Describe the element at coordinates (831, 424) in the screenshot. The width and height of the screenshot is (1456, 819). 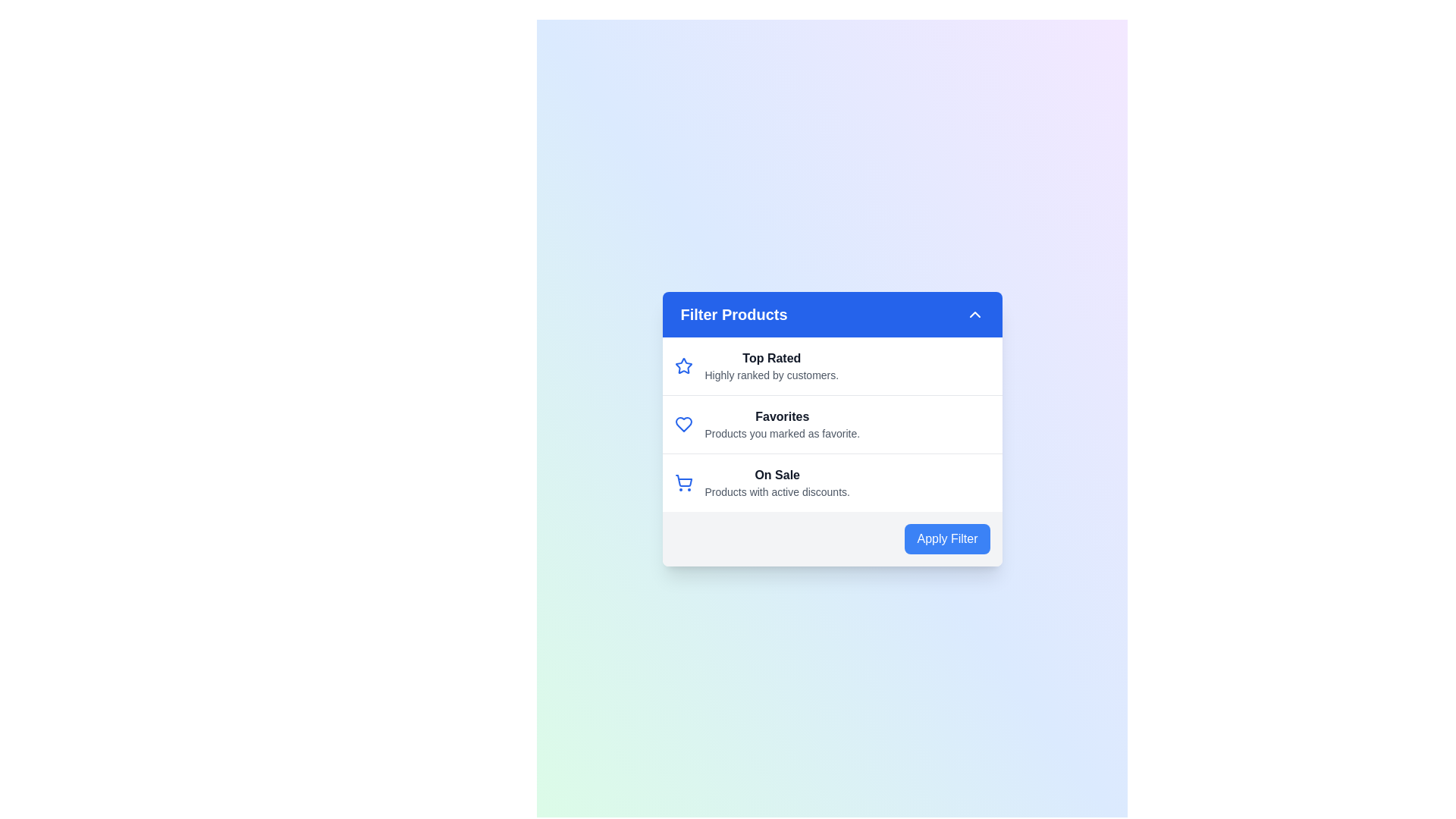
I see `the filter option Favorites by clicking on its corresponding list item` at that location.